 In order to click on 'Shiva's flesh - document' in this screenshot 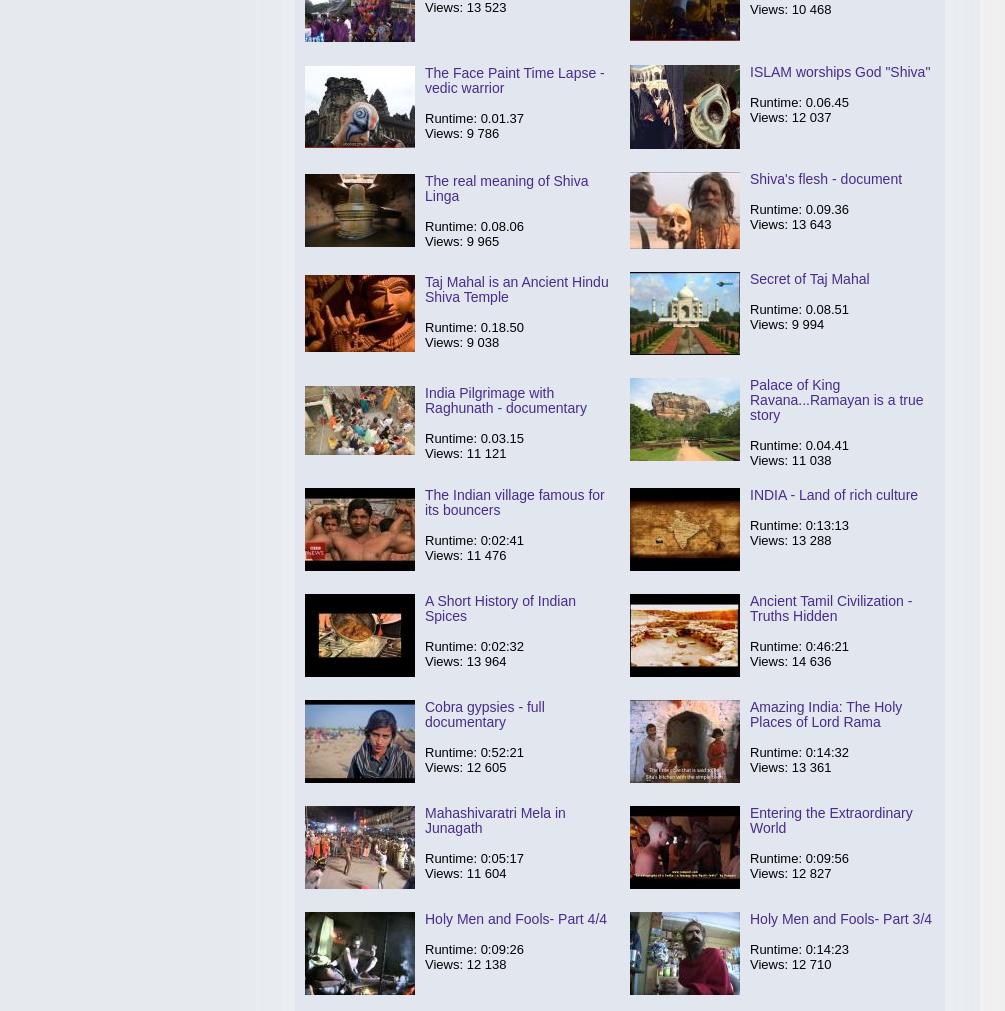, I will do `click(826, 179)`.